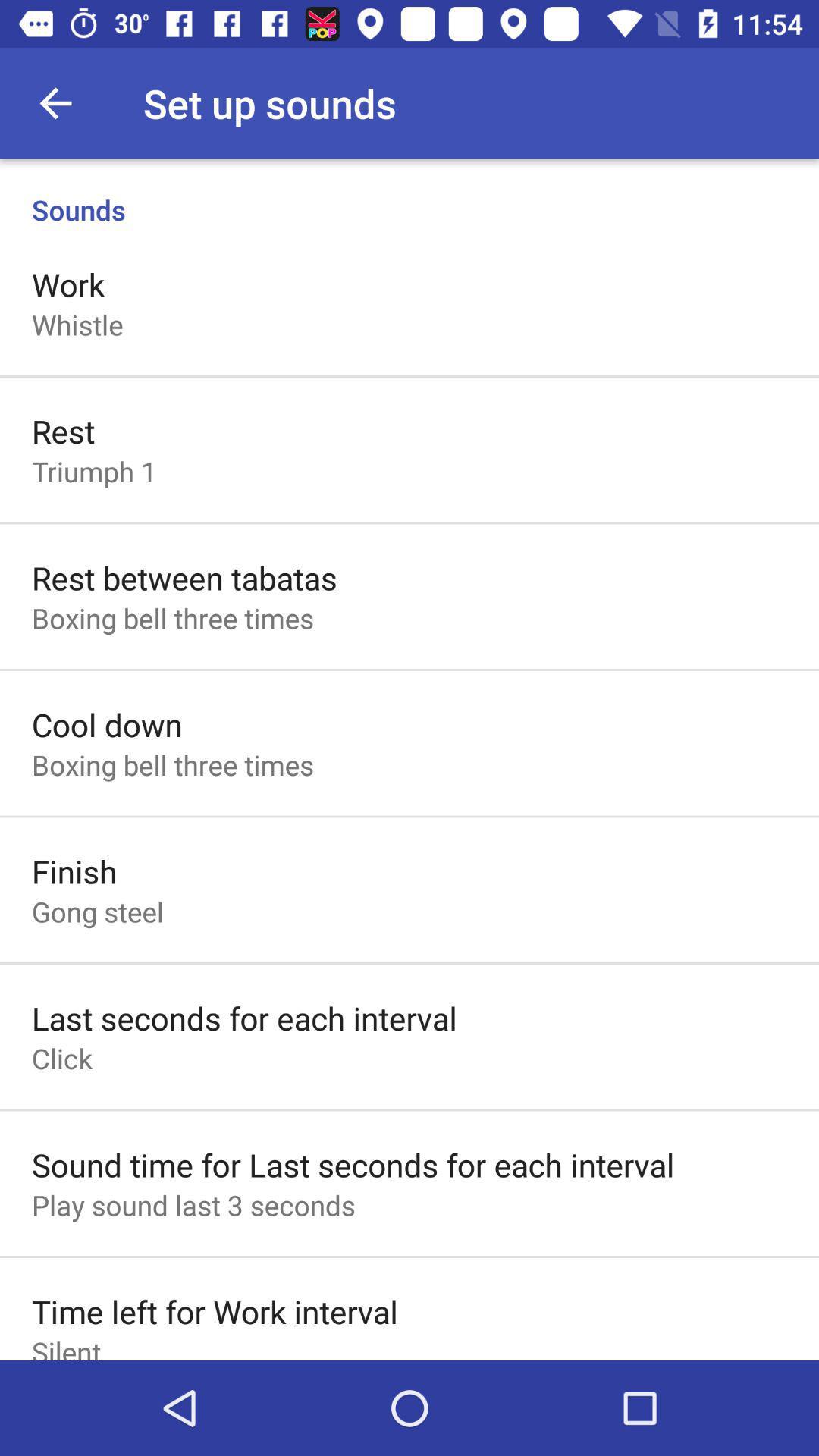  What do you see at coordinates (106, 723) in the screenshot?
I see `cool down icon` at bounding box center [106, 723].